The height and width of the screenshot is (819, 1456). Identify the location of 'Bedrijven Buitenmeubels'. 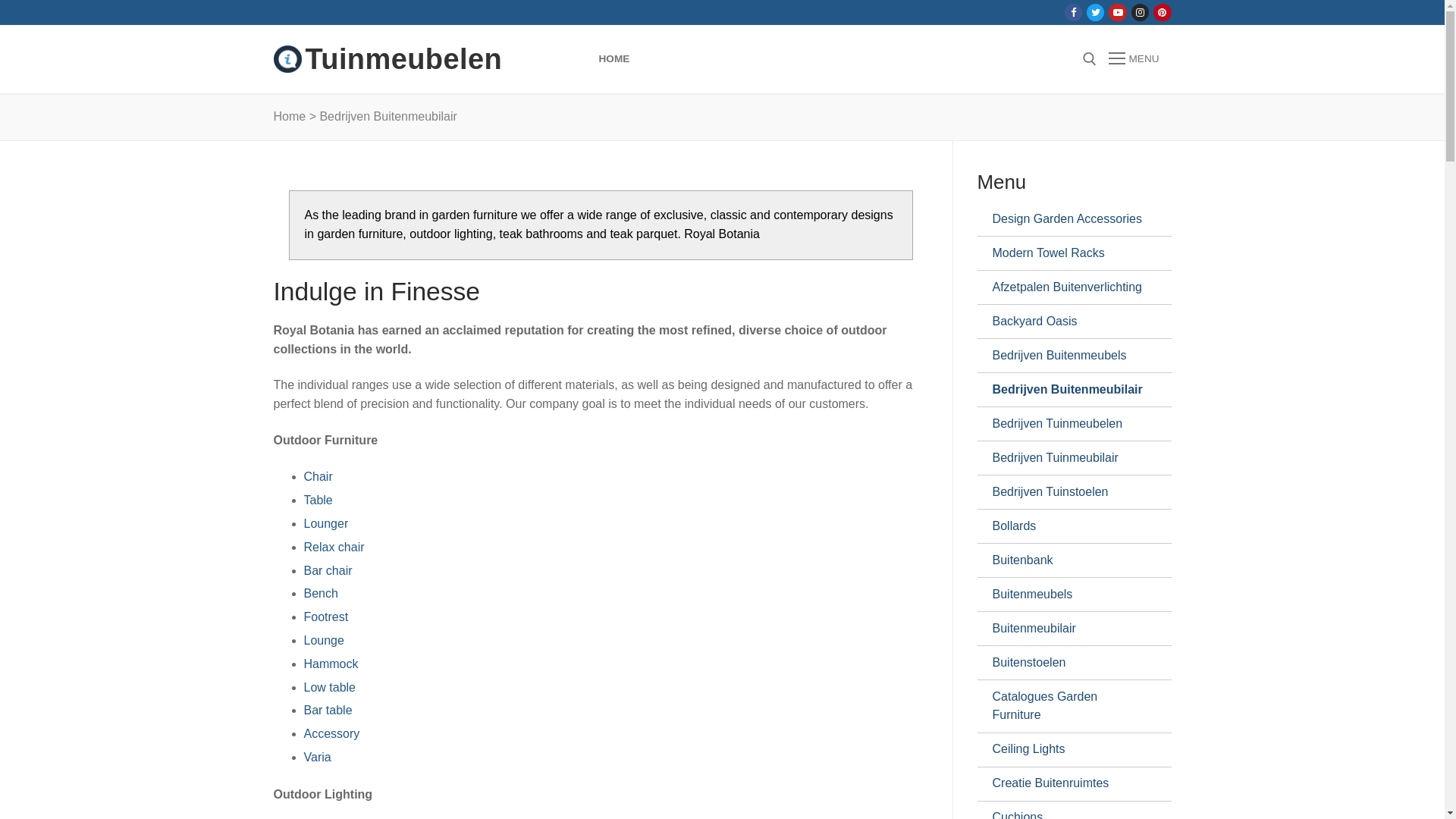
(1066, 356).